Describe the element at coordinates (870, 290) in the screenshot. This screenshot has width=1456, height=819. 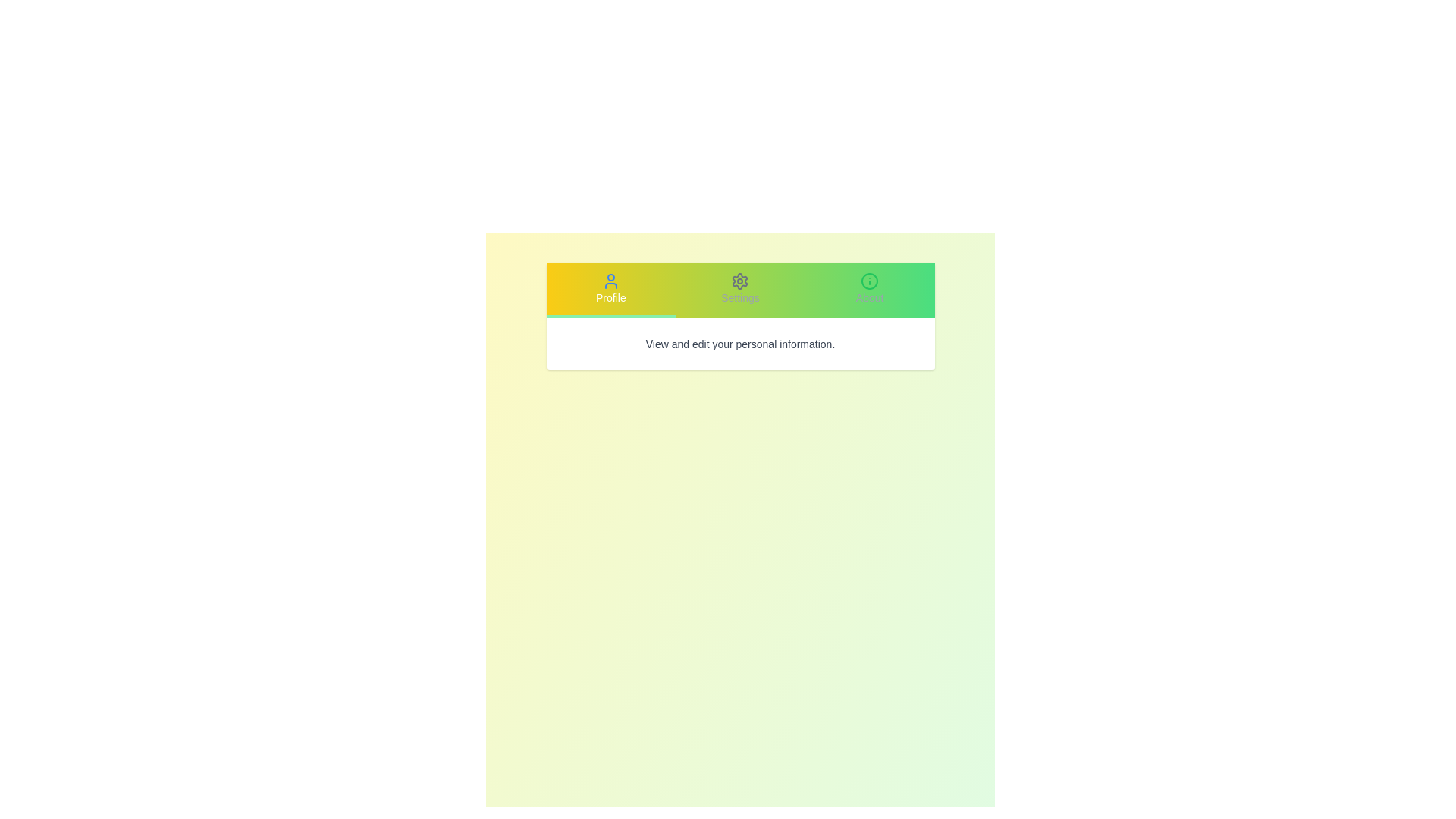
I see `the 'About' tab to activate it and display its content` at that location.